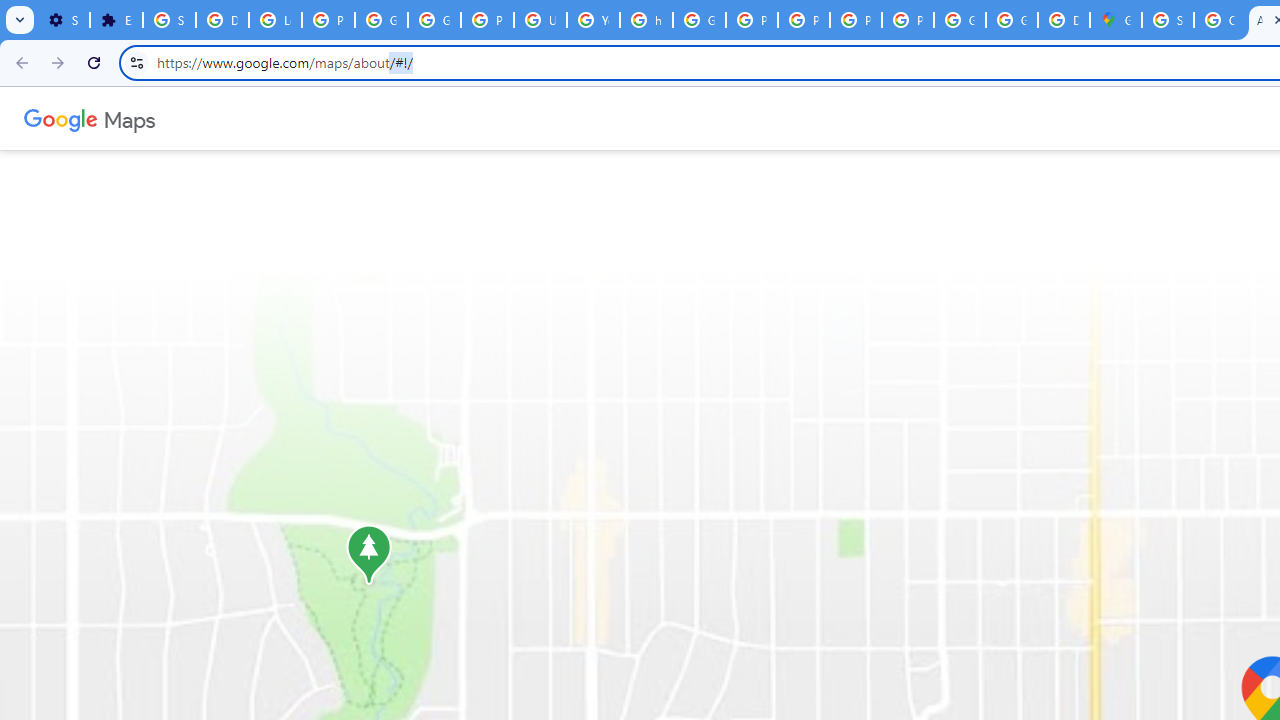 The image size is (1280, 720). What do you see at coordinates (751, 20) in the screenshot?
I see `'Privacy Help Center - Policies Help'` at bounding box center [751, 20].